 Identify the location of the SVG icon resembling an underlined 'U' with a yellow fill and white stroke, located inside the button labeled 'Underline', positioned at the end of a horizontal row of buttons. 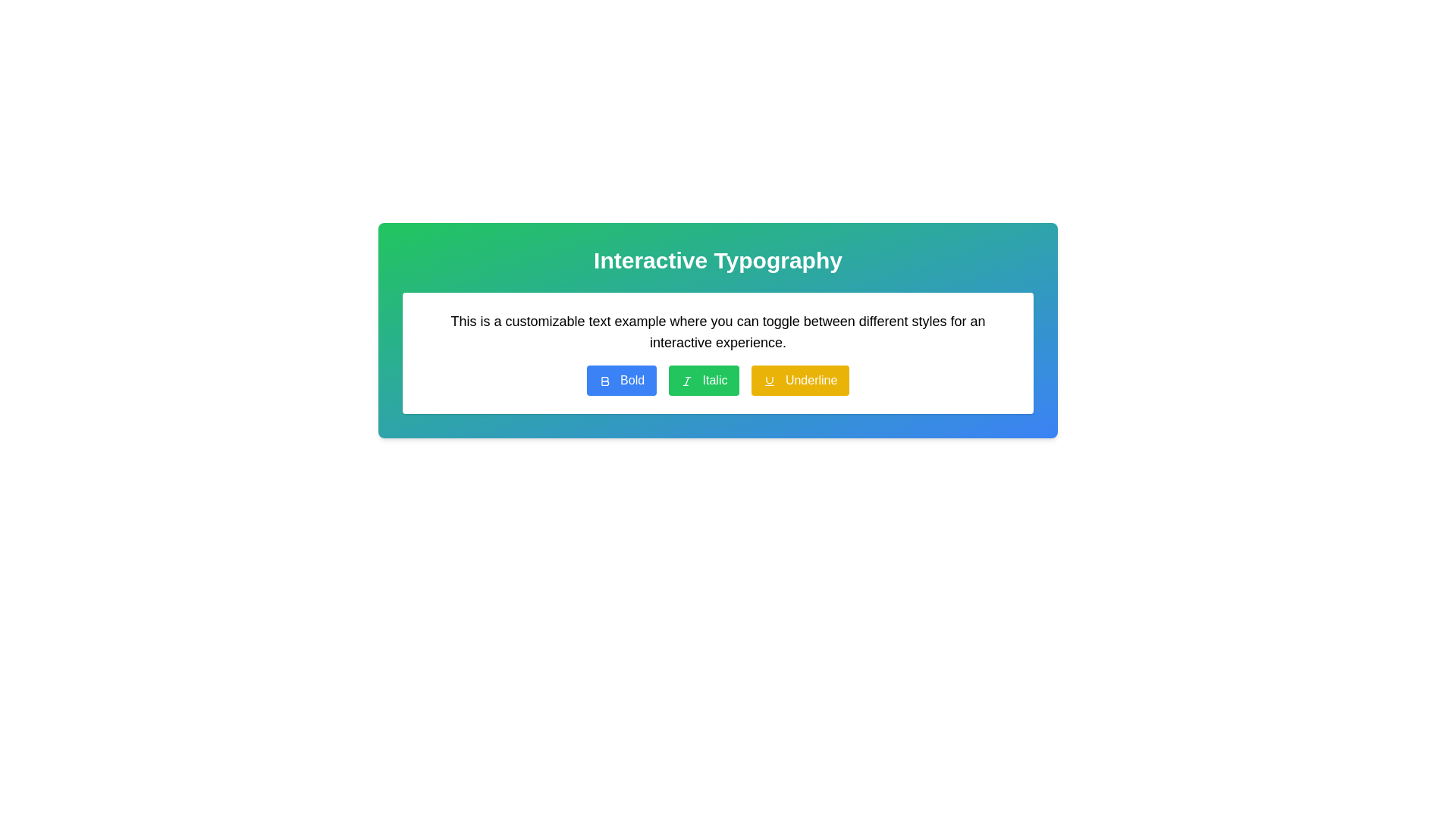
(770, 380).